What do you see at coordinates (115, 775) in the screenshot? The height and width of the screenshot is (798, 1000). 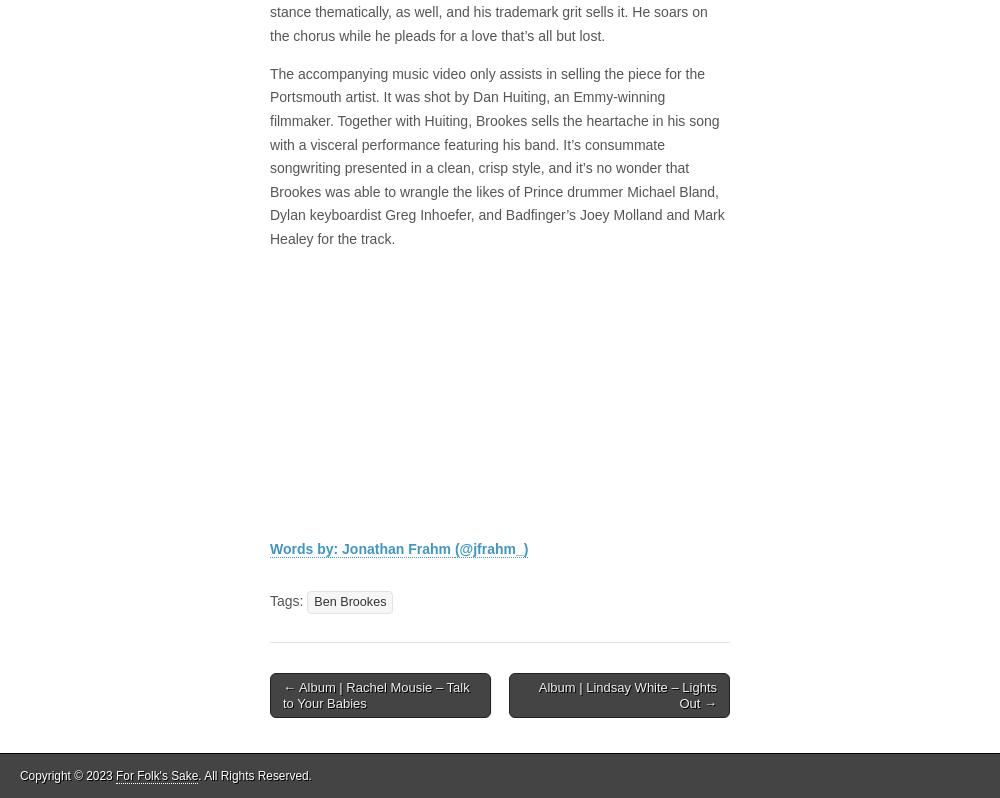 I see `'For Folk's Sake'` at bounding box center [115, 775].